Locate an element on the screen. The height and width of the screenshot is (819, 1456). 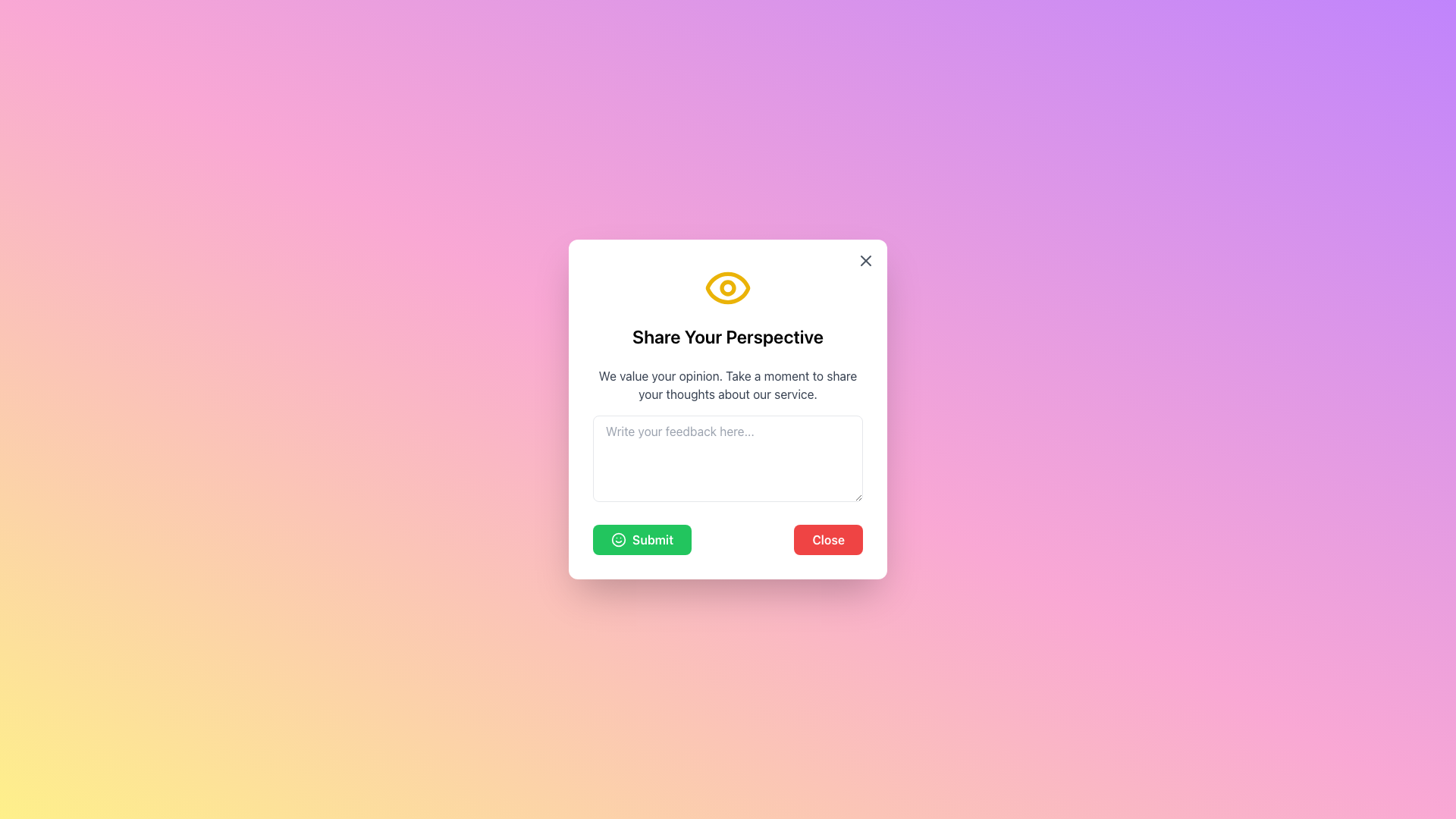
the green 'Submit' button that contains the SVG Circle icon located at the bottom-left side of the feedback modal is located at coordinates (619, 539).